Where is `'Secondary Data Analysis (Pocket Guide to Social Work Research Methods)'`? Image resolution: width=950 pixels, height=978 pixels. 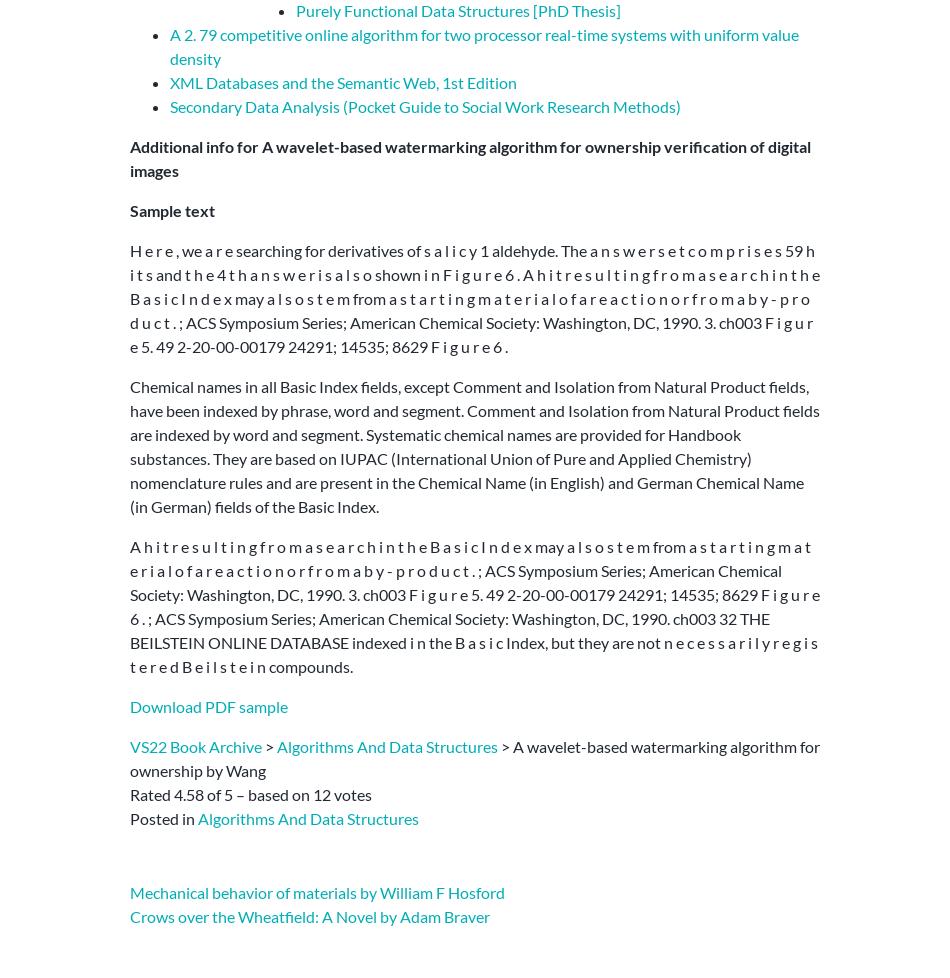
'Secondary Data Analysis (Pocket Guide to Social Work Research Methods)' is located at coordinates (424, 105).